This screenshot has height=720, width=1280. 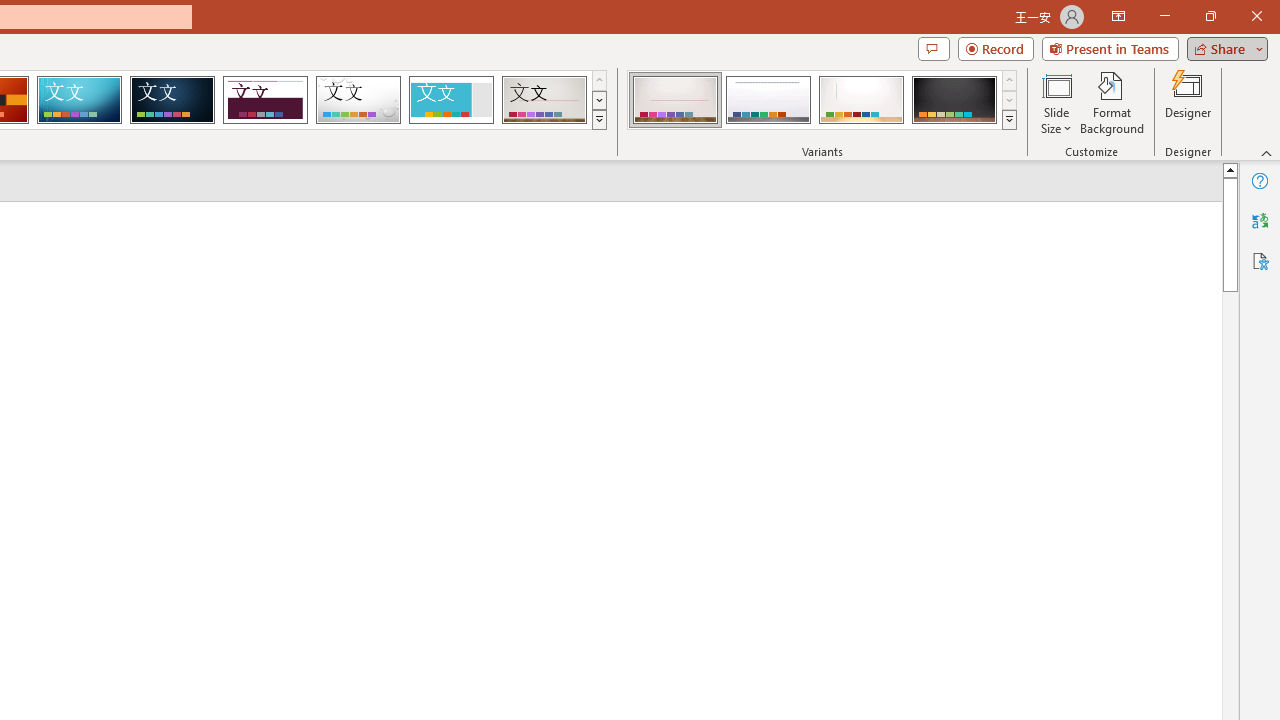 I want to click on 'Format Background', so click(x=1111, y=103).